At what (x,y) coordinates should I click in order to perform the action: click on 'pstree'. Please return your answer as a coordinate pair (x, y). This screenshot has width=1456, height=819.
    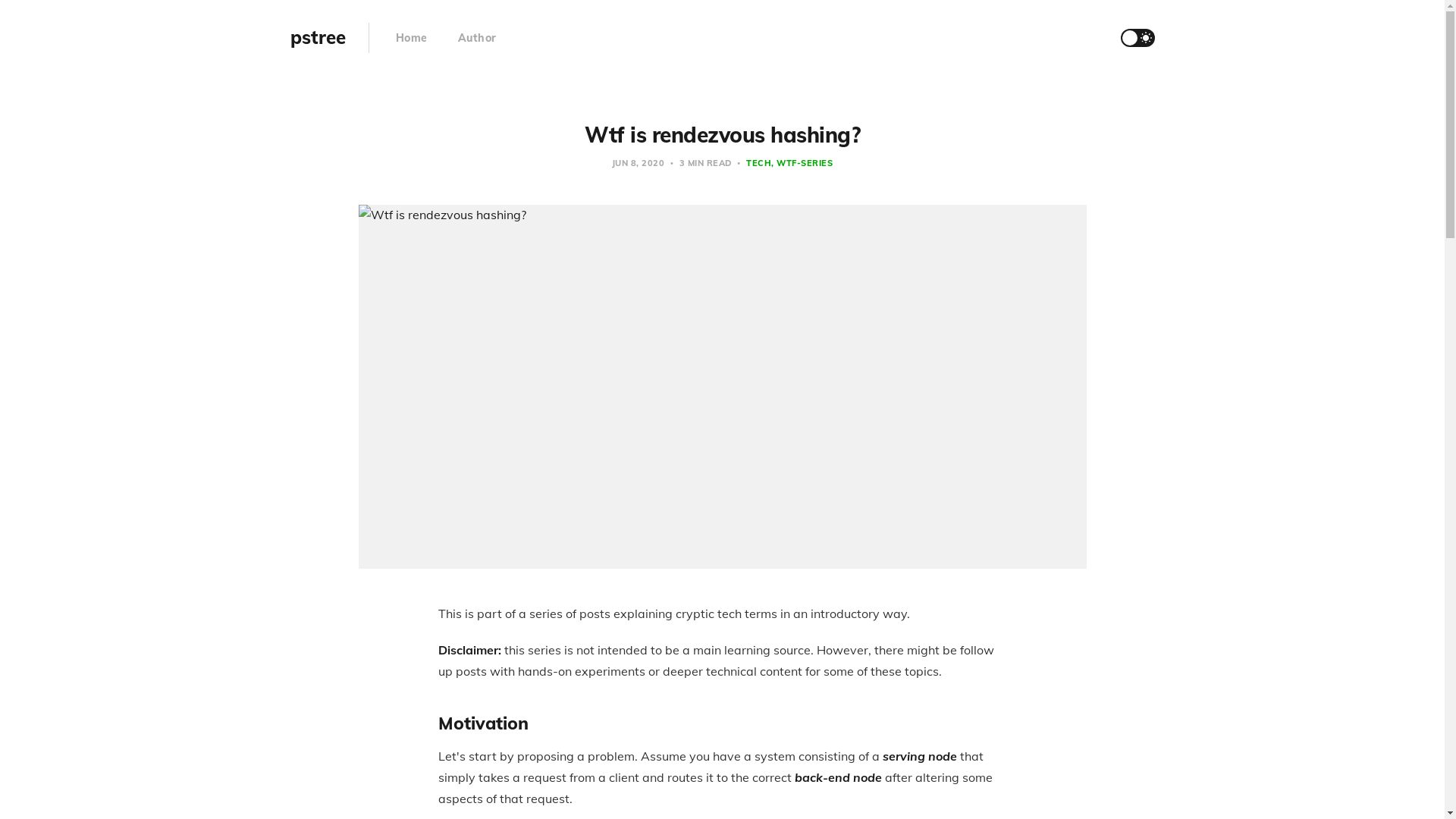
    Looking at the image, I should click on (316, 37).